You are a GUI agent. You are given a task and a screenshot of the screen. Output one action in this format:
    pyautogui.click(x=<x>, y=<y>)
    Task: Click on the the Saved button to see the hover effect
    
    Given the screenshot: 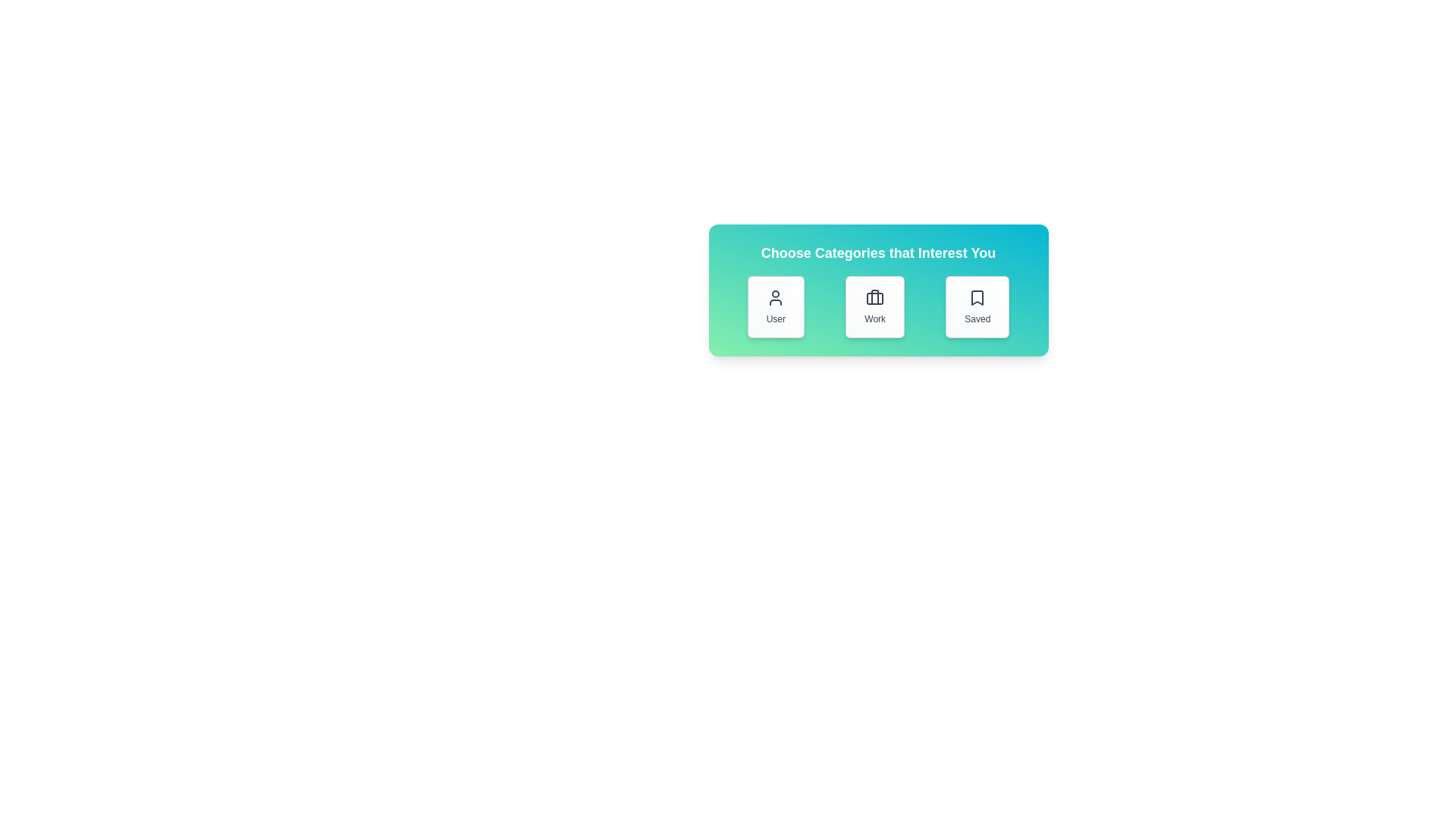 What is the action you would take?
    pyautogui.click(x=977, y=307)
    